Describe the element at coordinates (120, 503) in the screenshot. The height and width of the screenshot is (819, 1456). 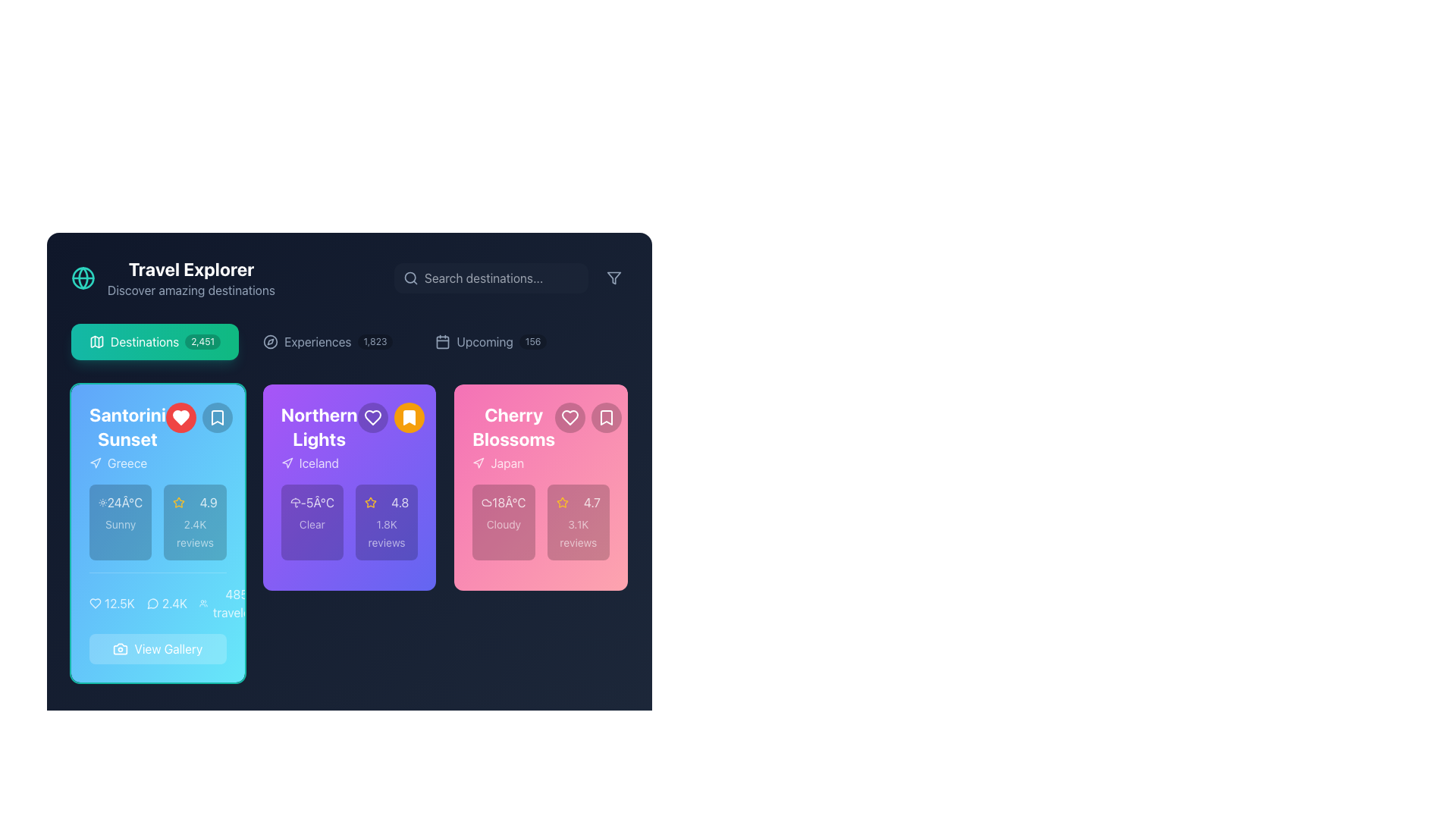
I see `the text label displaying '24°C' with the sun icon, located in the upper-left card of the layout, above the text 'Sunny'` at that location.